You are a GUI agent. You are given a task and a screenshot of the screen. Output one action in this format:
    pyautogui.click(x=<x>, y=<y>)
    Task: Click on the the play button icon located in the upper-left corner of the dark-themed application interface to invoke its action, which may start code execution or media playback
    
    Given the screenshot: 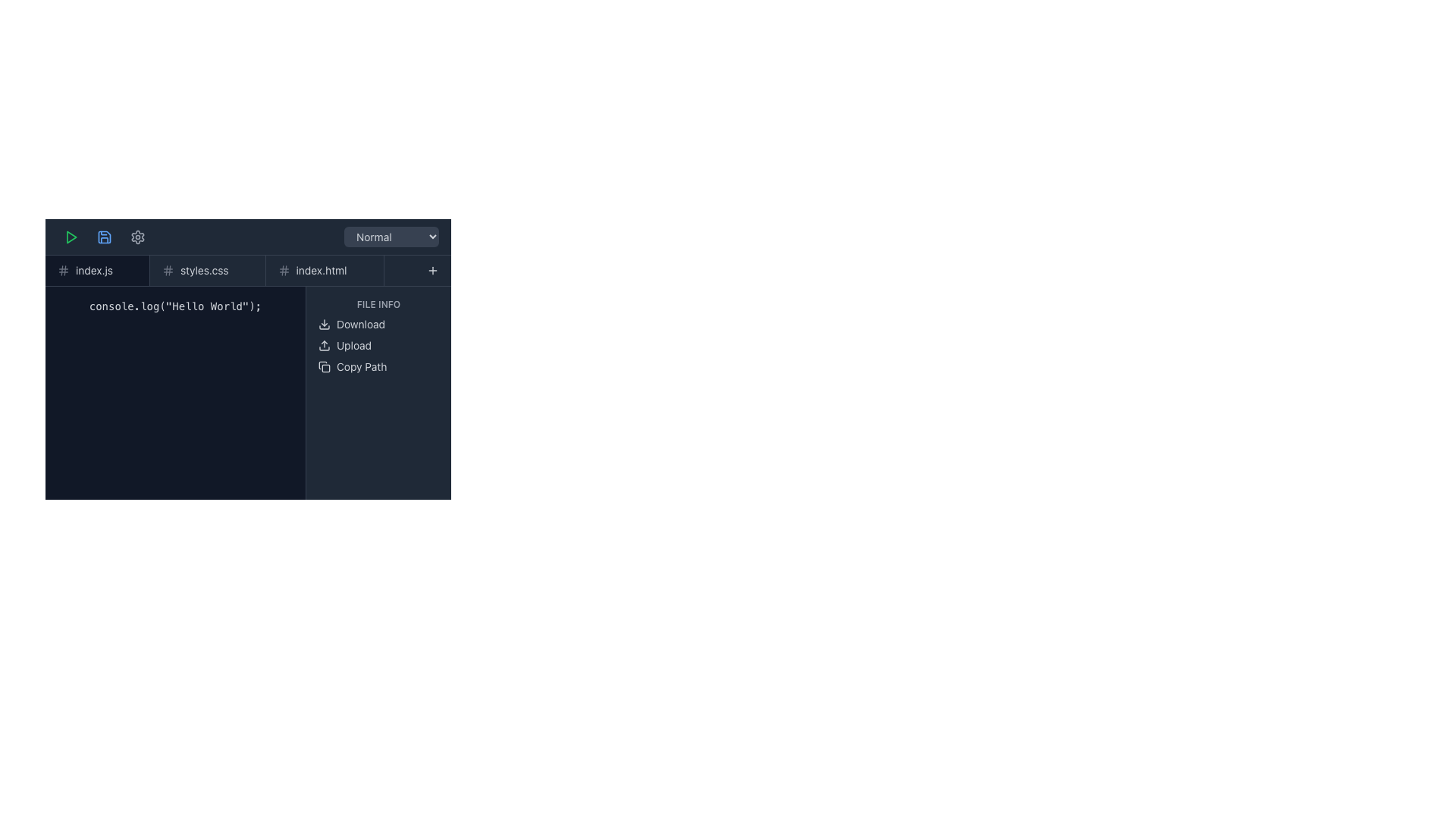 What is the action you would take?
    pyautogui.click(x=71, y=237)
    